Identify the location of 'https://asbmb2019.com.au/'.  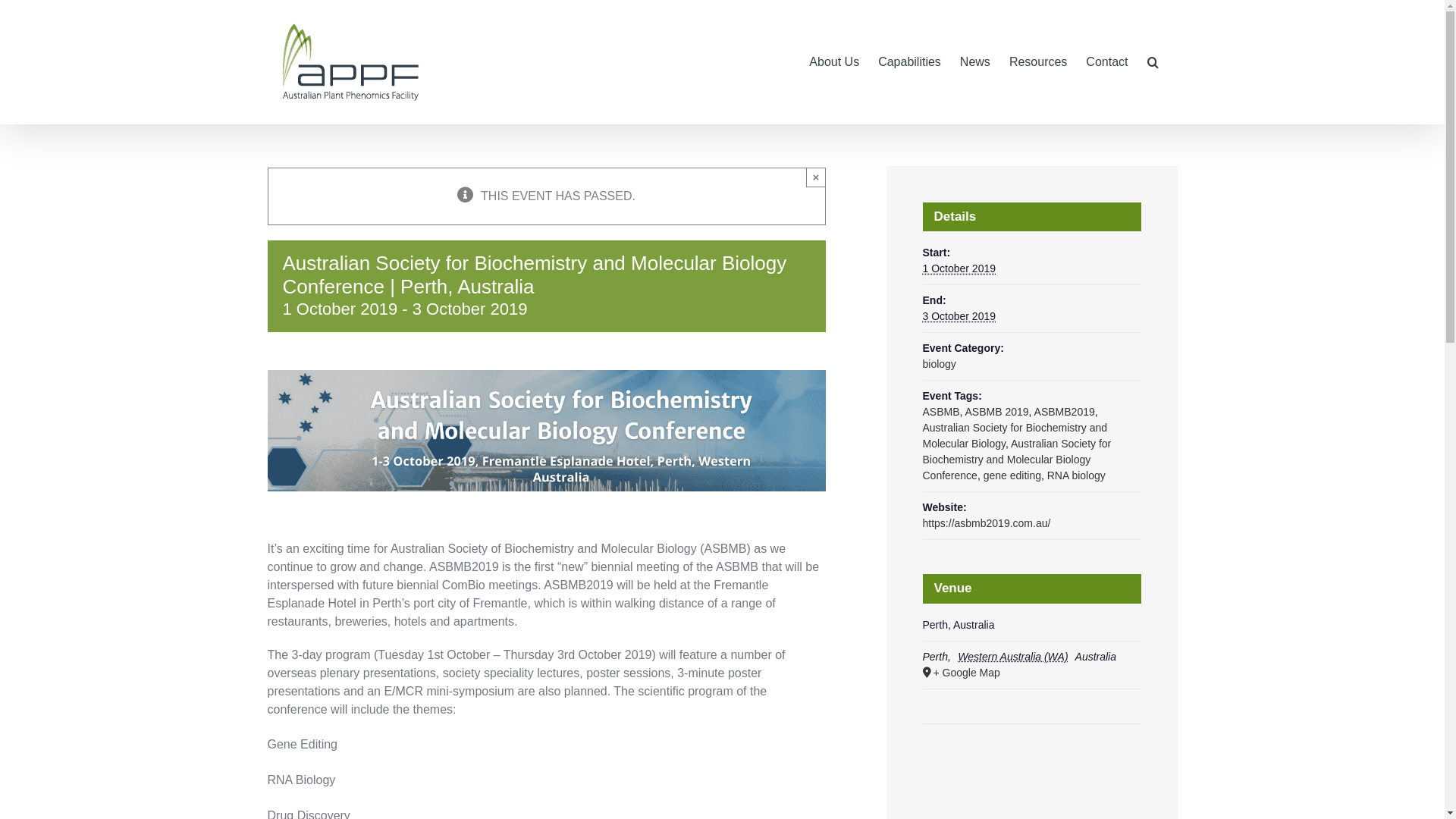
(921, 522).